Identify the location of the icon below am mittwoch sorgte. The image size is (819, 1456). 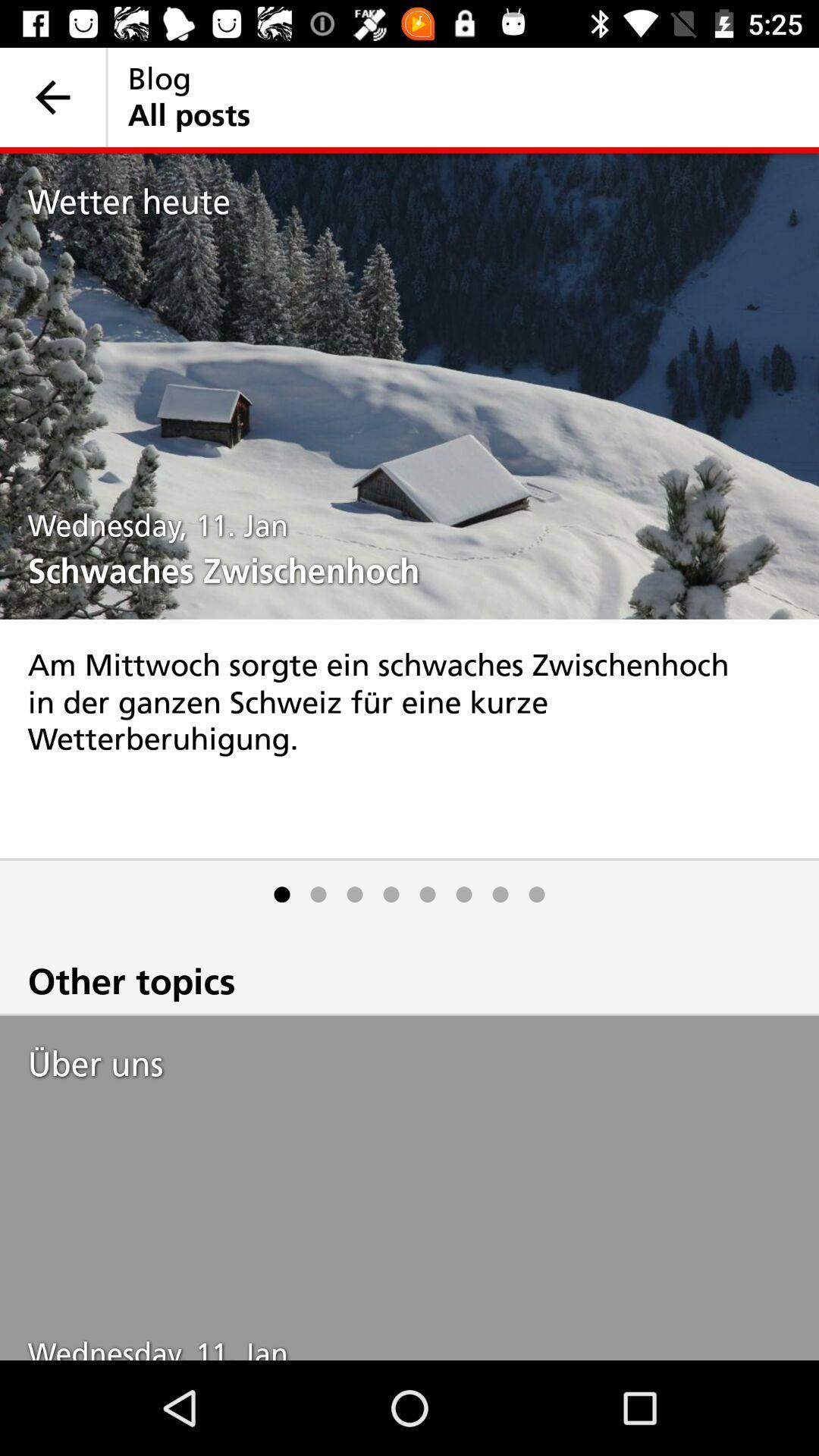
(427, 894).